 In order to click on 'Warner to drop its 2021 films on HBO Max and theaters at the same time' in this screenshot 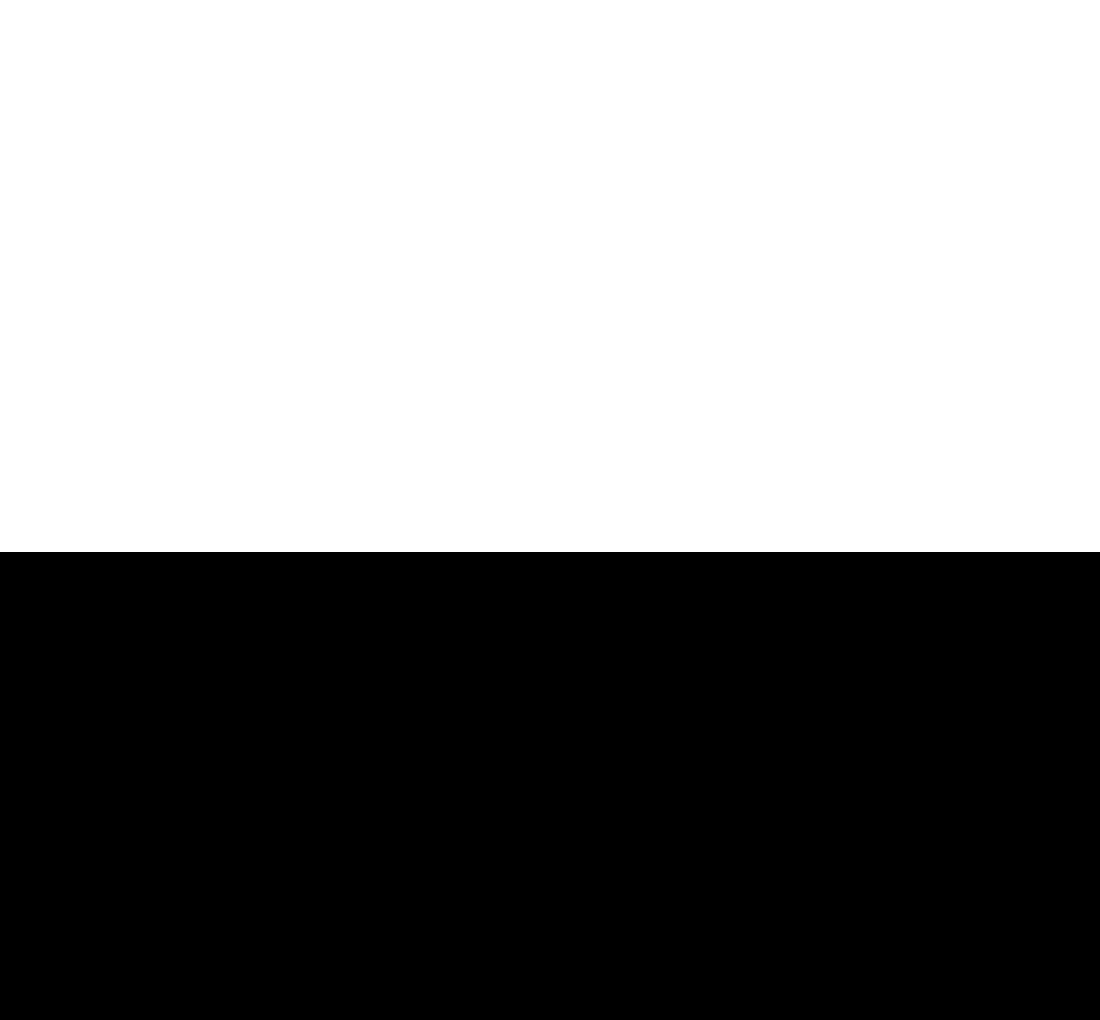, I will do `click(934, 55)`.